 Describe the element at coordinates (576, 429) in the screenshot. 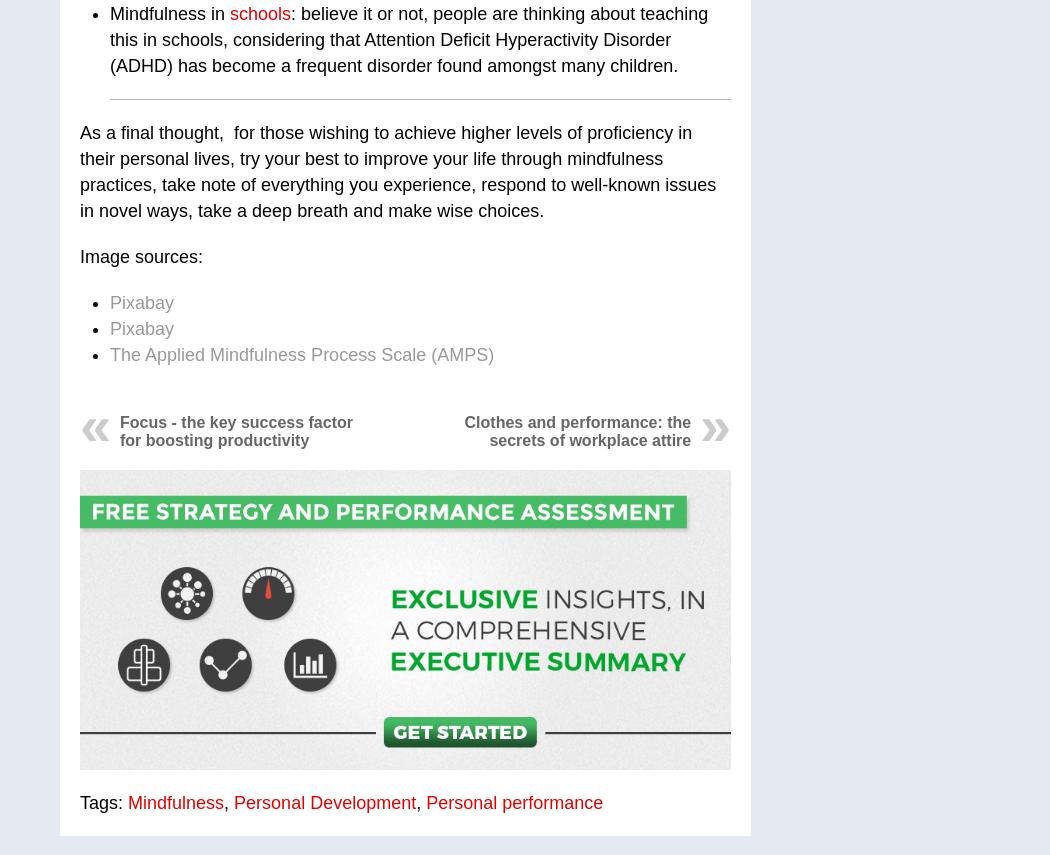

I see `'Clothes and performance: the secrets of workplace attire'` at that location.